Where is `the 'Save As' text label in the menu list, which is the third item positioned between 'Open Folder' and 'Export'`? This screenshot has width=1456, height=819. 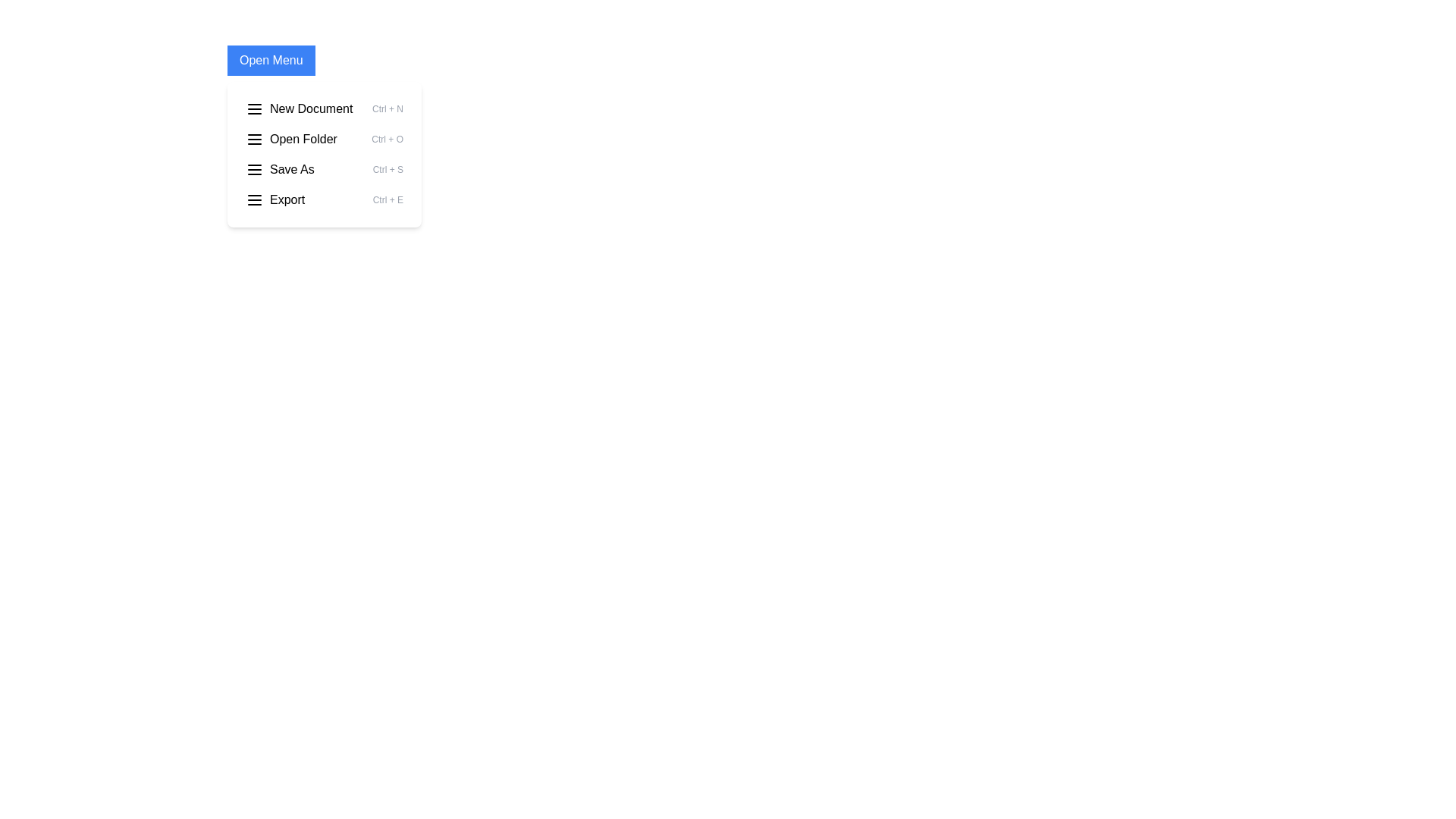 the 'Save As' text label in the menu list, which is the third item positioned between 'Open Folder' and 'Export' is located at coordinates (292, 169).